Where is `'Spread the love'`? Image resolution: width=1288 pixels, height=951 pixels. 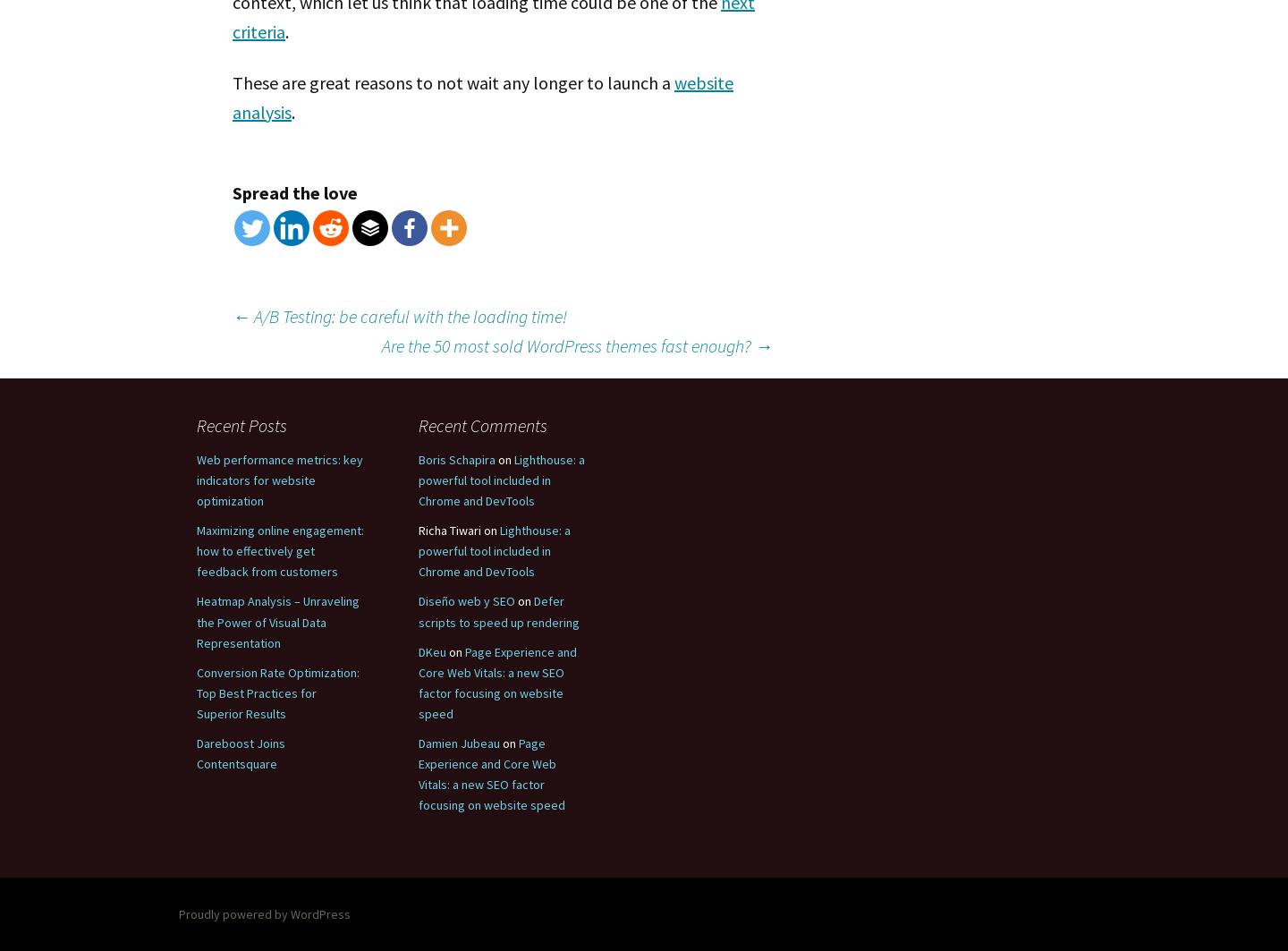
'Spread the love' is located at coordinates (295, 191).